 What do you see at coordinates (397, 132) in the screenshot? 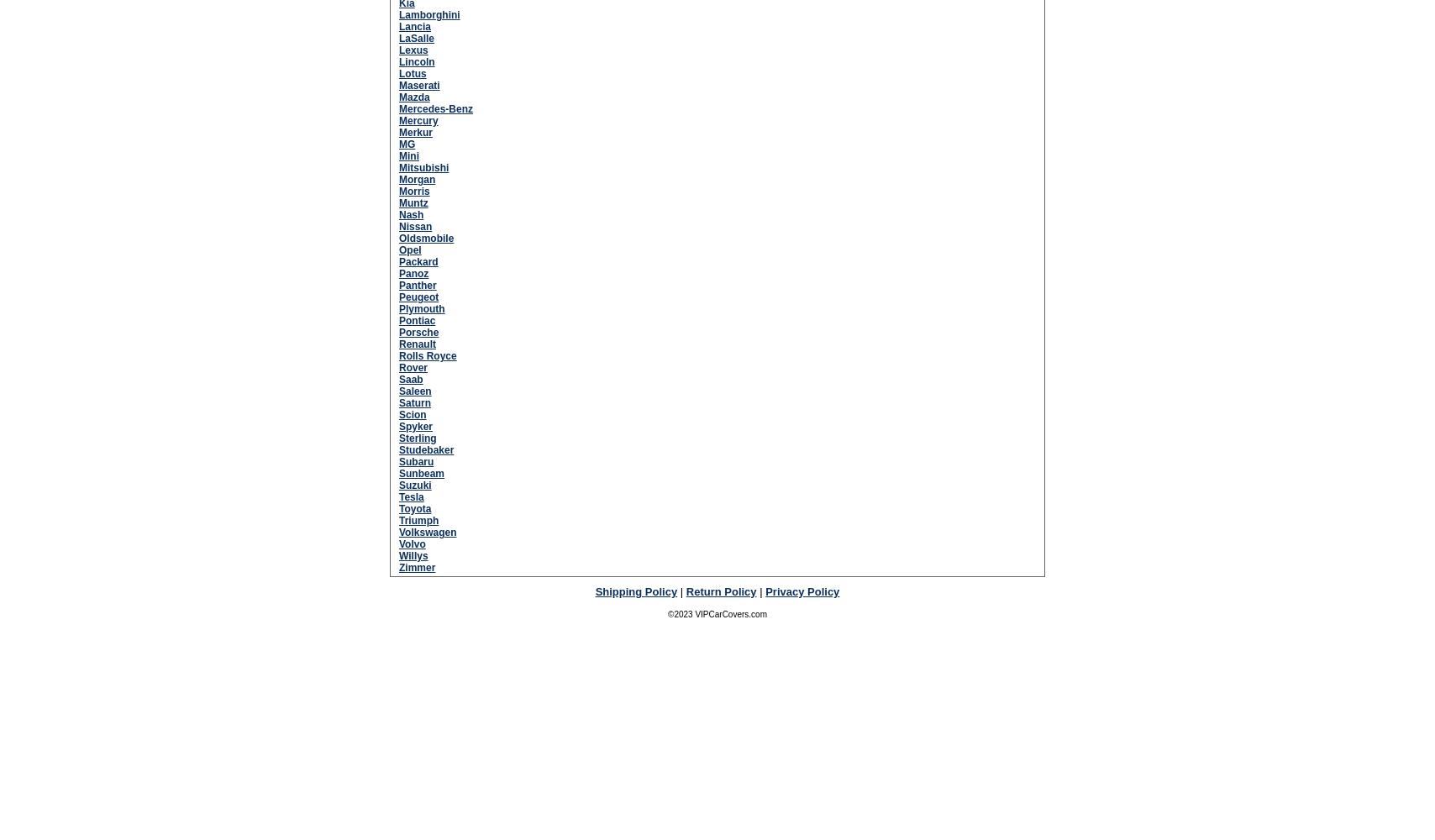
I see `'Merkur'` at bounding box center [397, 132].